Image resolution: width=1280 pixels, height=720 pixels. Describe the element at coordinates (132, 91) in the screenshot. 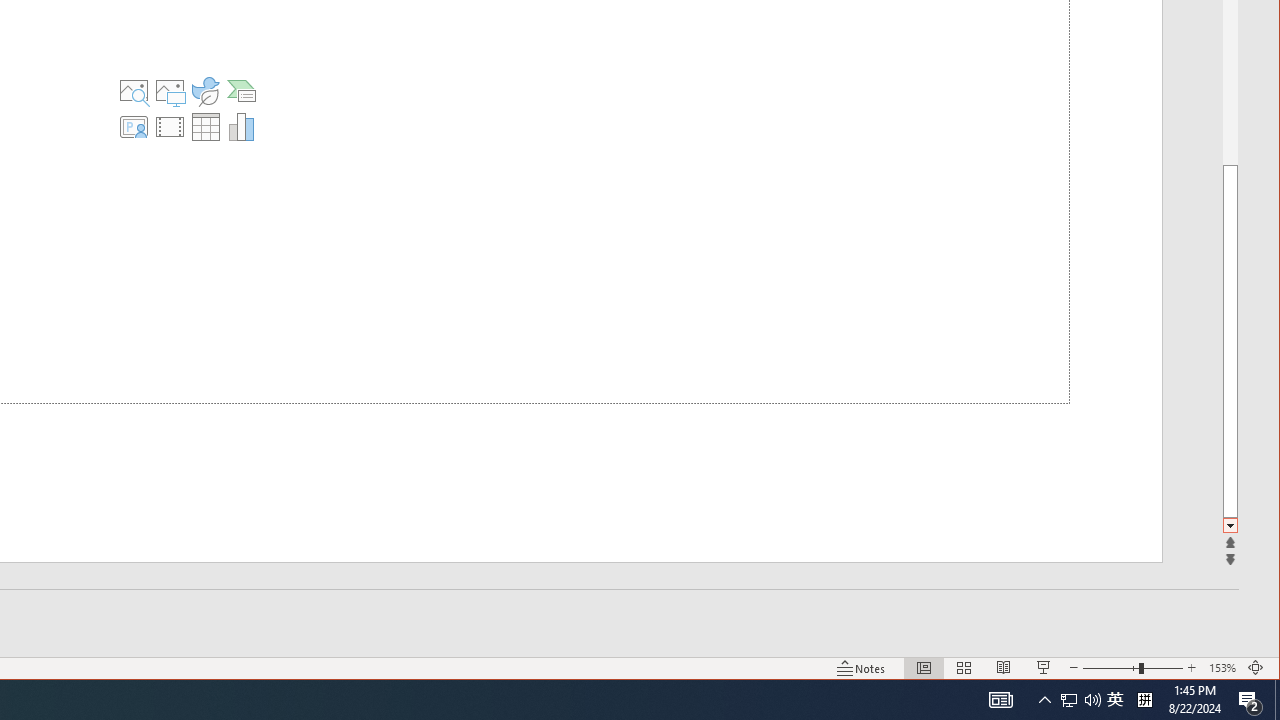

I see `'Stock Images'` at that location.